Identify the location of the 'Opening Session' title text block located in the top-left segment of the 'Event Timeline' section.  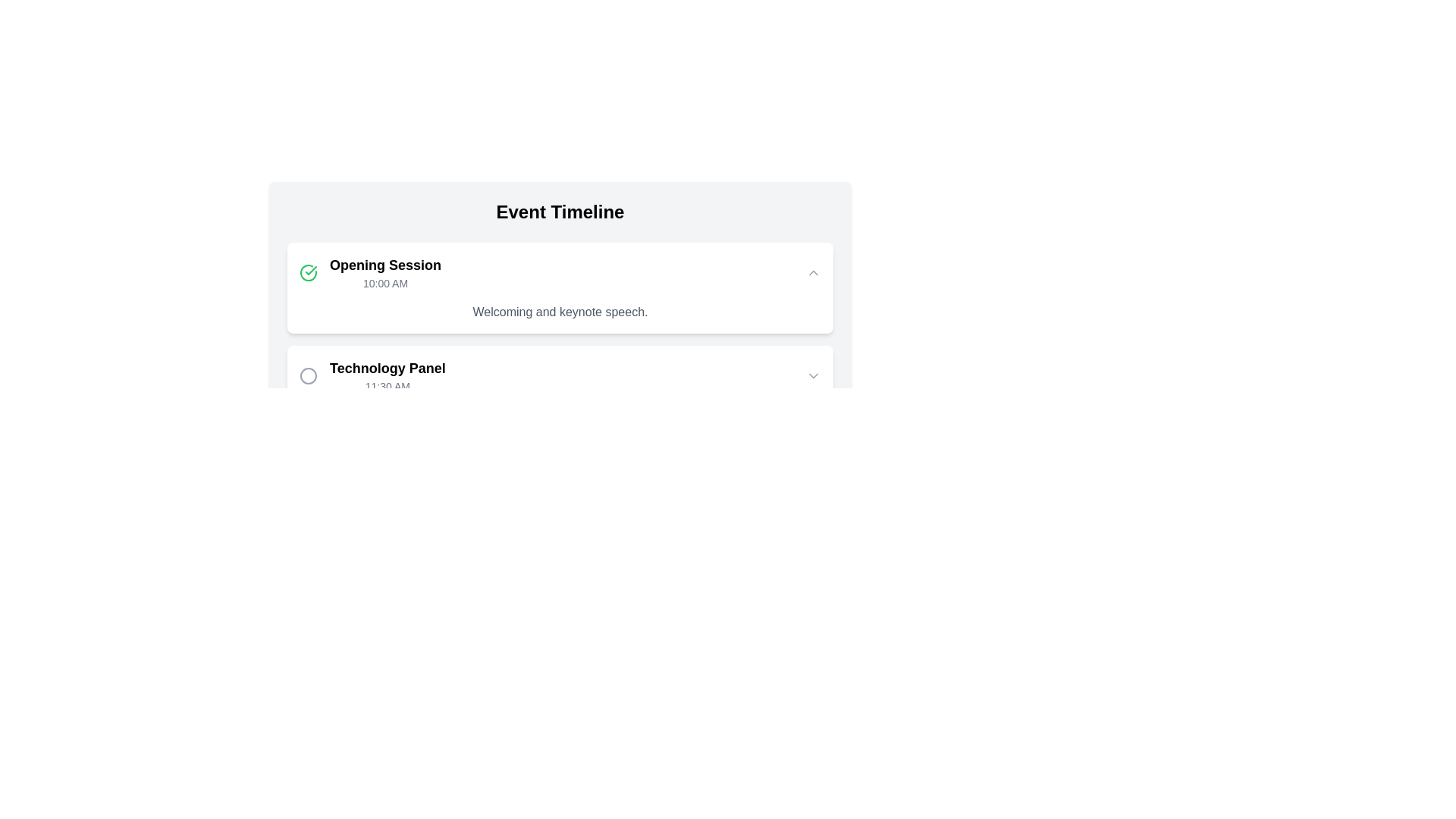
(385, 271).